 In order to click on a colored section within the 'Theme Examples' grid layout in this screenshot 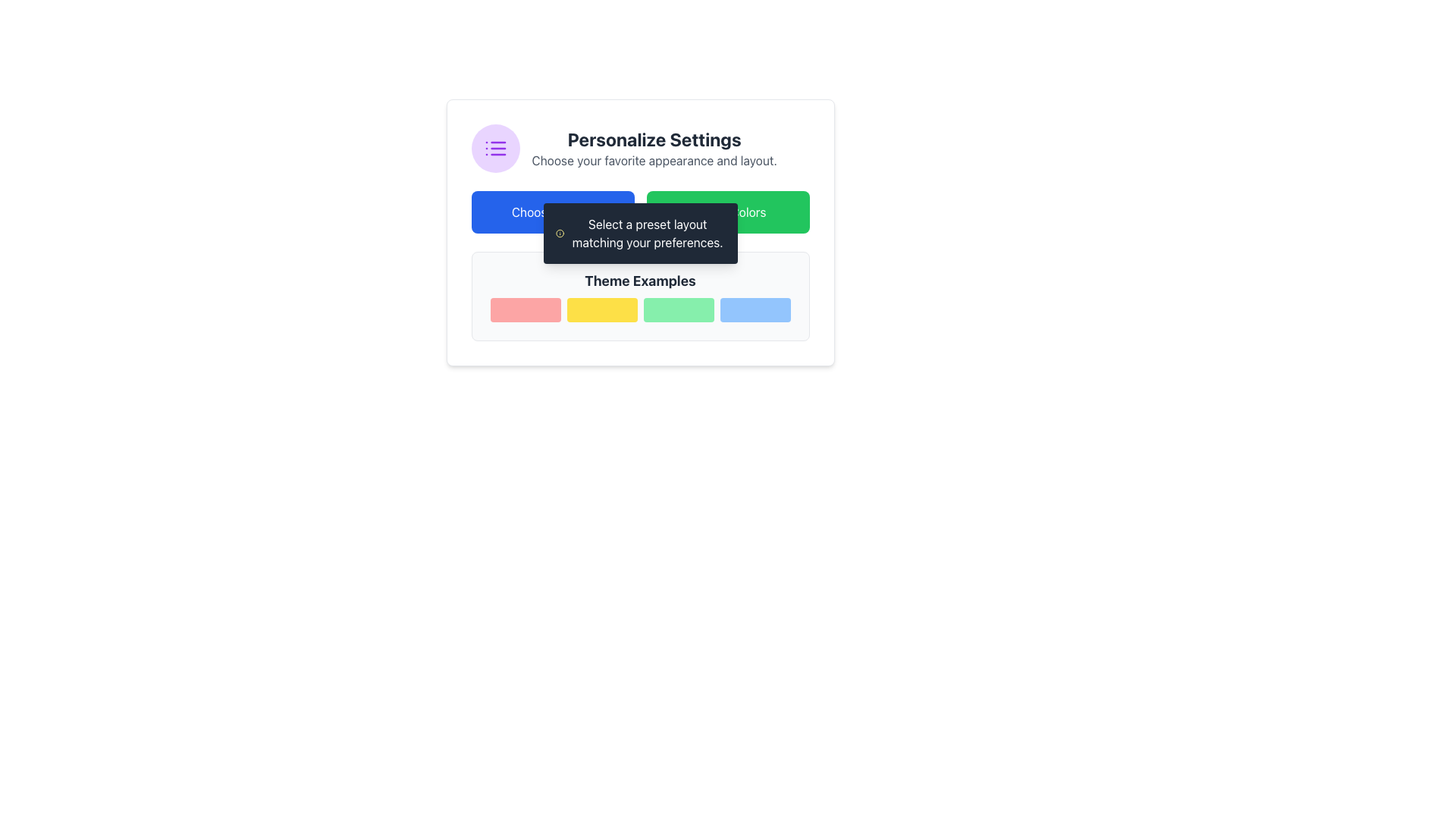, I will do `click(640, 309)`.